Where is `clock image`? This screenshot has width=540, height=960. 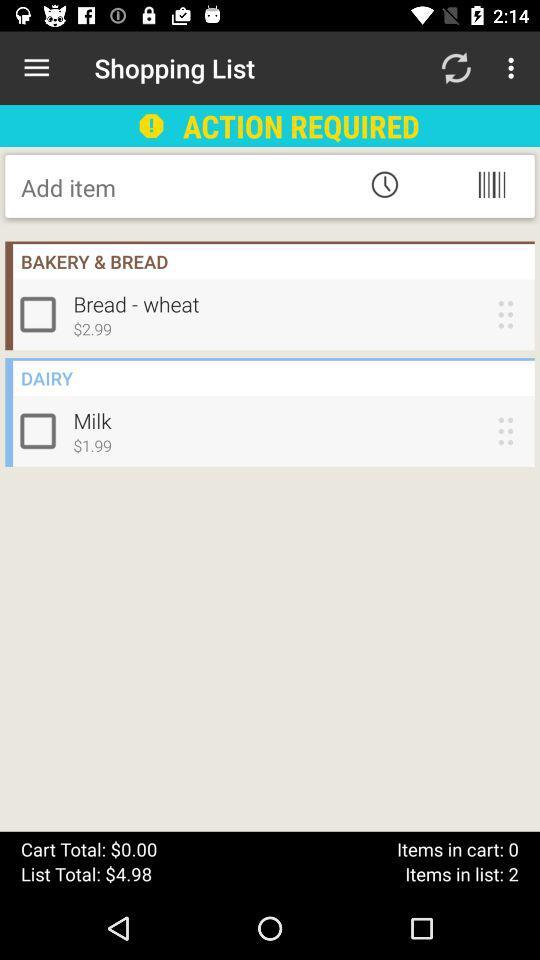
clock image is located at coordinates (384, 184).